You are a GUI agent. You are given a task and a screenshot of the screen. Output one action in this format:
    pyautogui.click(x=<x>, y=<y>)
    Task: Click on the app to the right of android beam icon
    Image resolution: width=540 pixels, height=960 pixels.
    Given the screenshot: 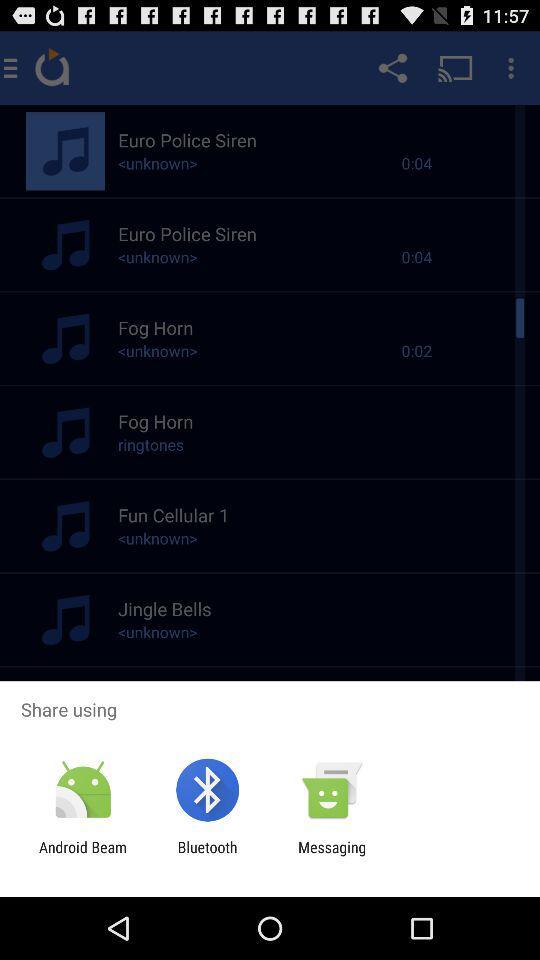 What is the action you would take?
    pyautogui.click(x=206, y=855)
    